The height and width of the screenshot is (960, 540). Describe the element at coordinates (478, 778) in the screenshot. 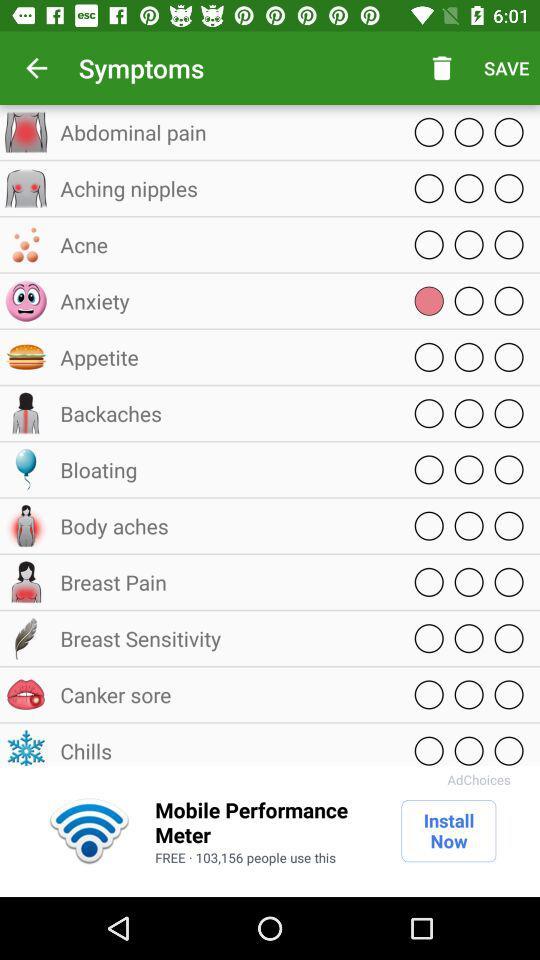

I see `the item next to chills icon` at that location.